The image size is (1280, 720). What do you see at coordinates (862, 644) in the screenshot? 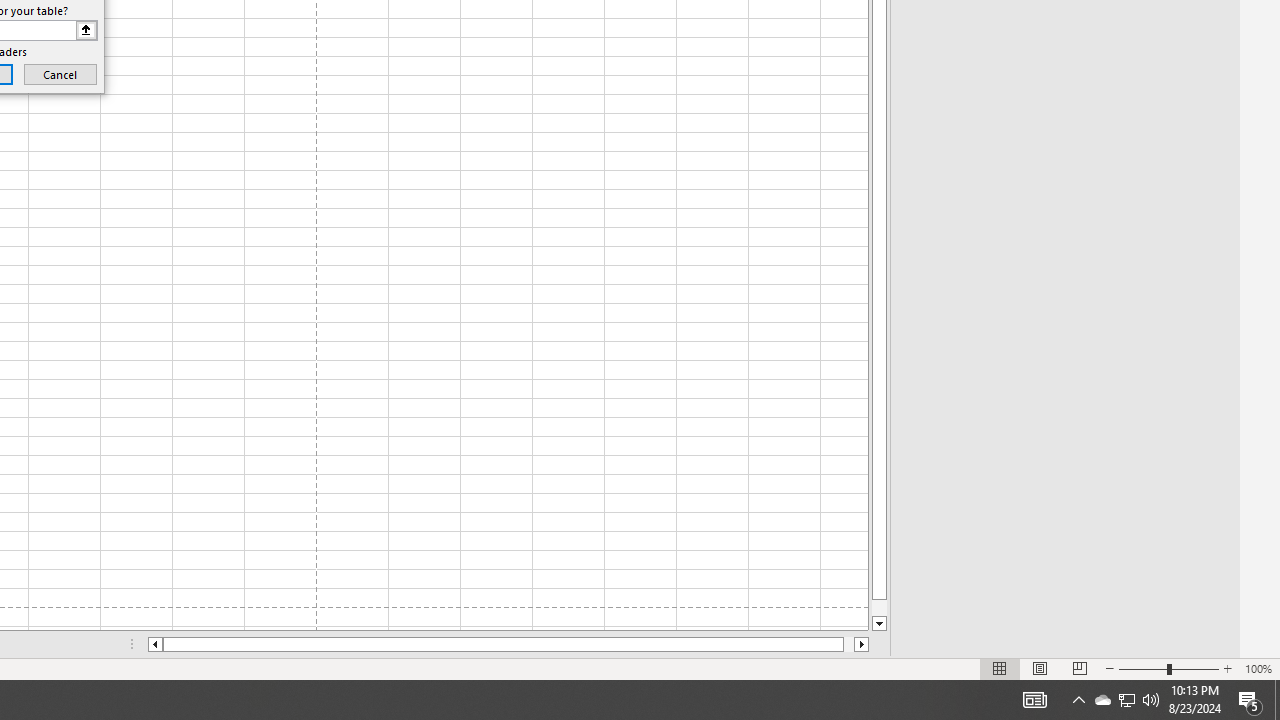
I see `'Column right'` at bounding box center [862, 644].